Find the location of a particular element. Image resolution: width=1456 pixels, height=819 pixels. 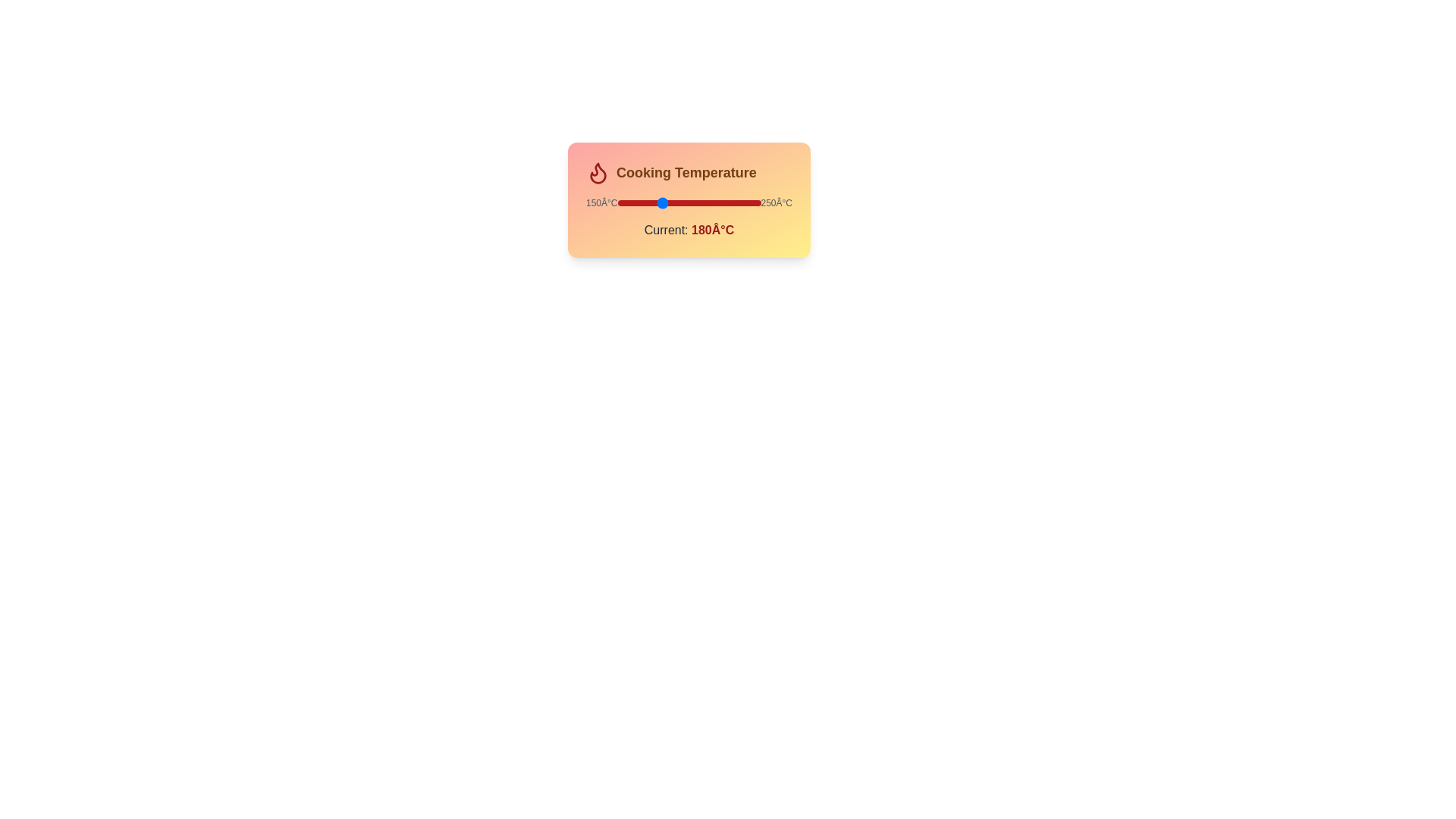

the temperature slider to set the temperature to 211°C is located at coordinates (704, 202).